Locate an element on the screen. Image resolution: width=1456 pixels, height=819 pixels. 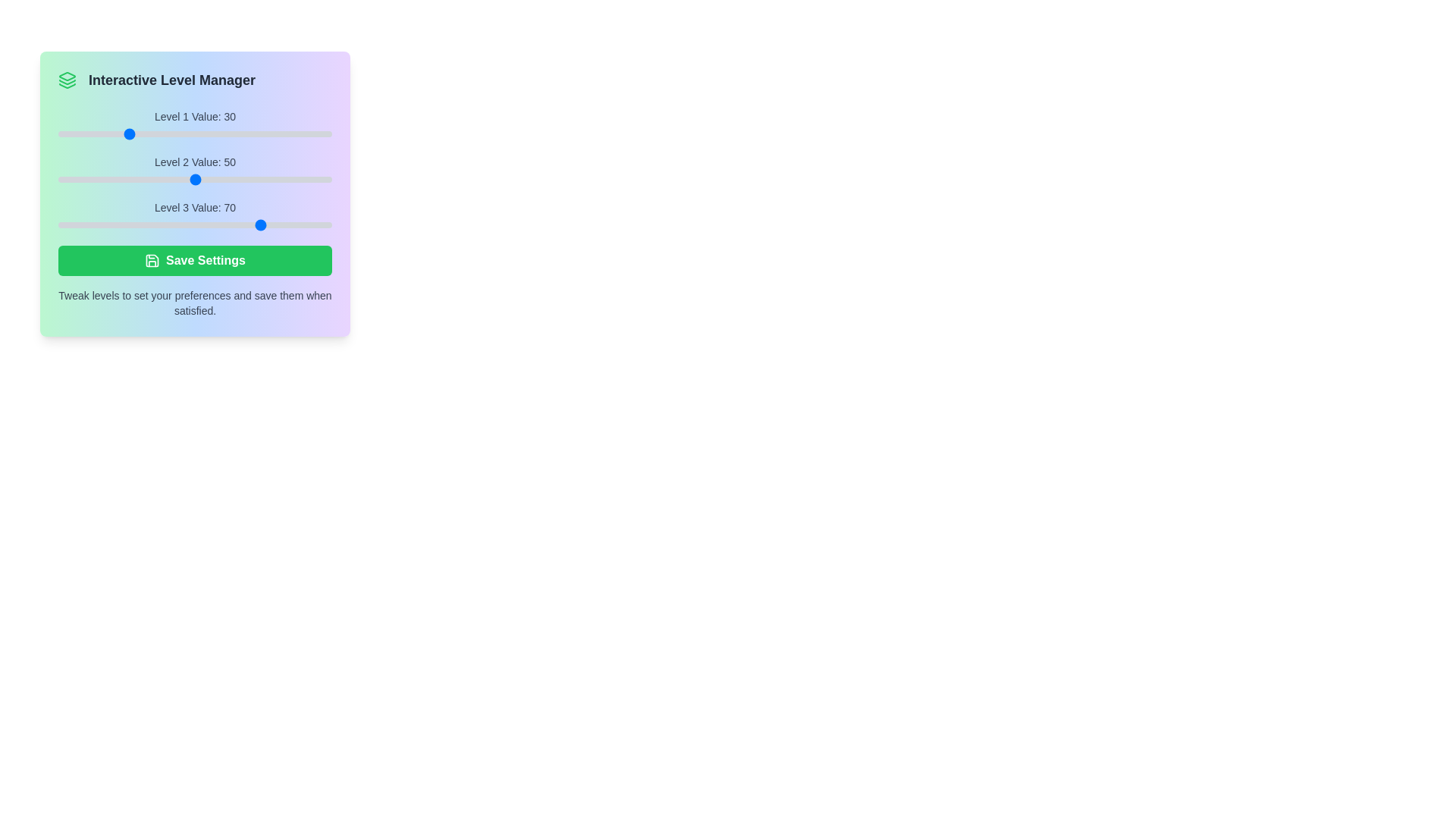
the Level 3 Value slider is located at coordinates (127, 225).